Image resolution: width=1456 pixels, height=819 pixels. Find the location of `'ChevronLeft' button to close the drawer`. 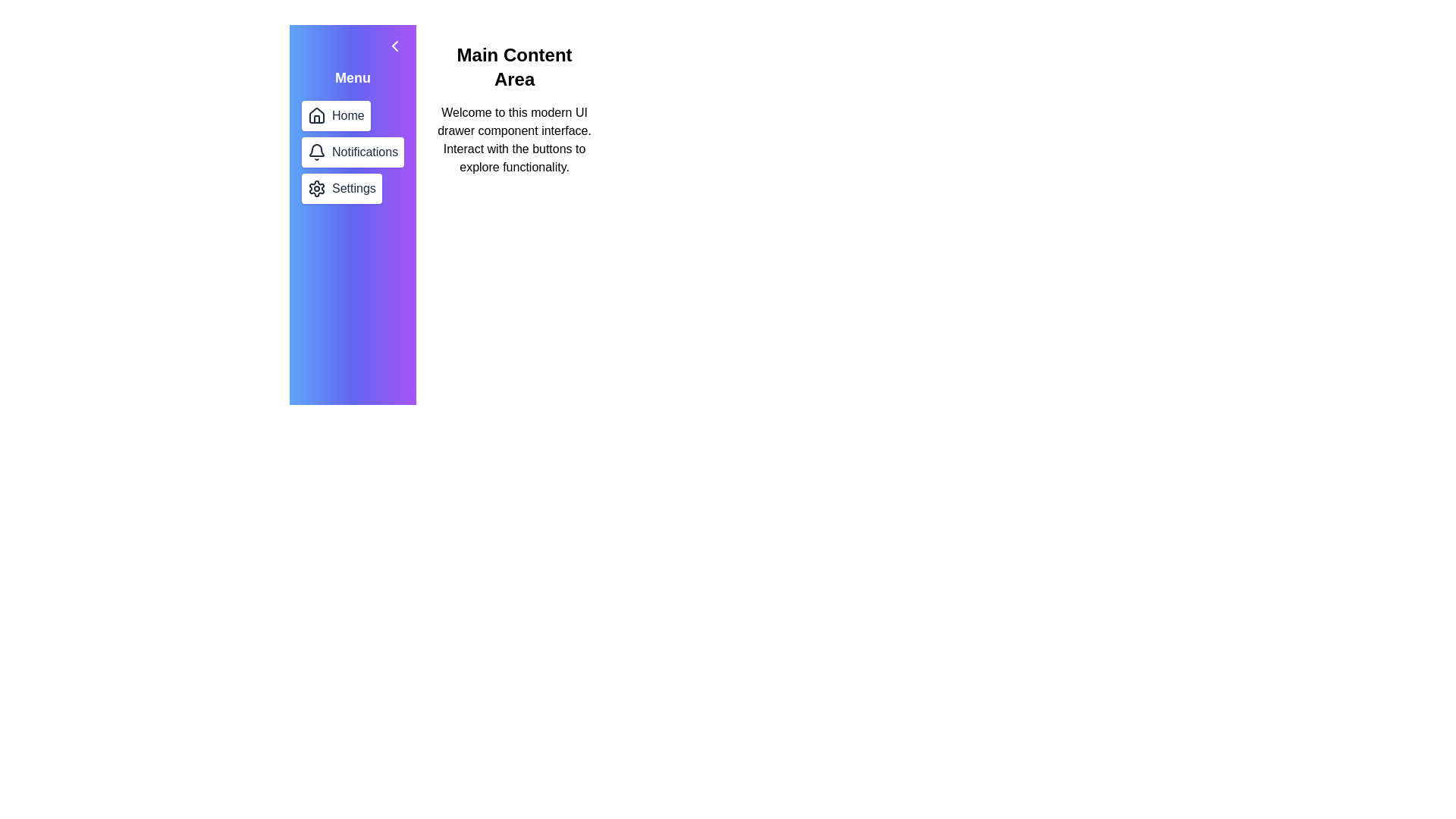

'ChevronLeft' button to close the drawer is located at coordinates (395, 45).